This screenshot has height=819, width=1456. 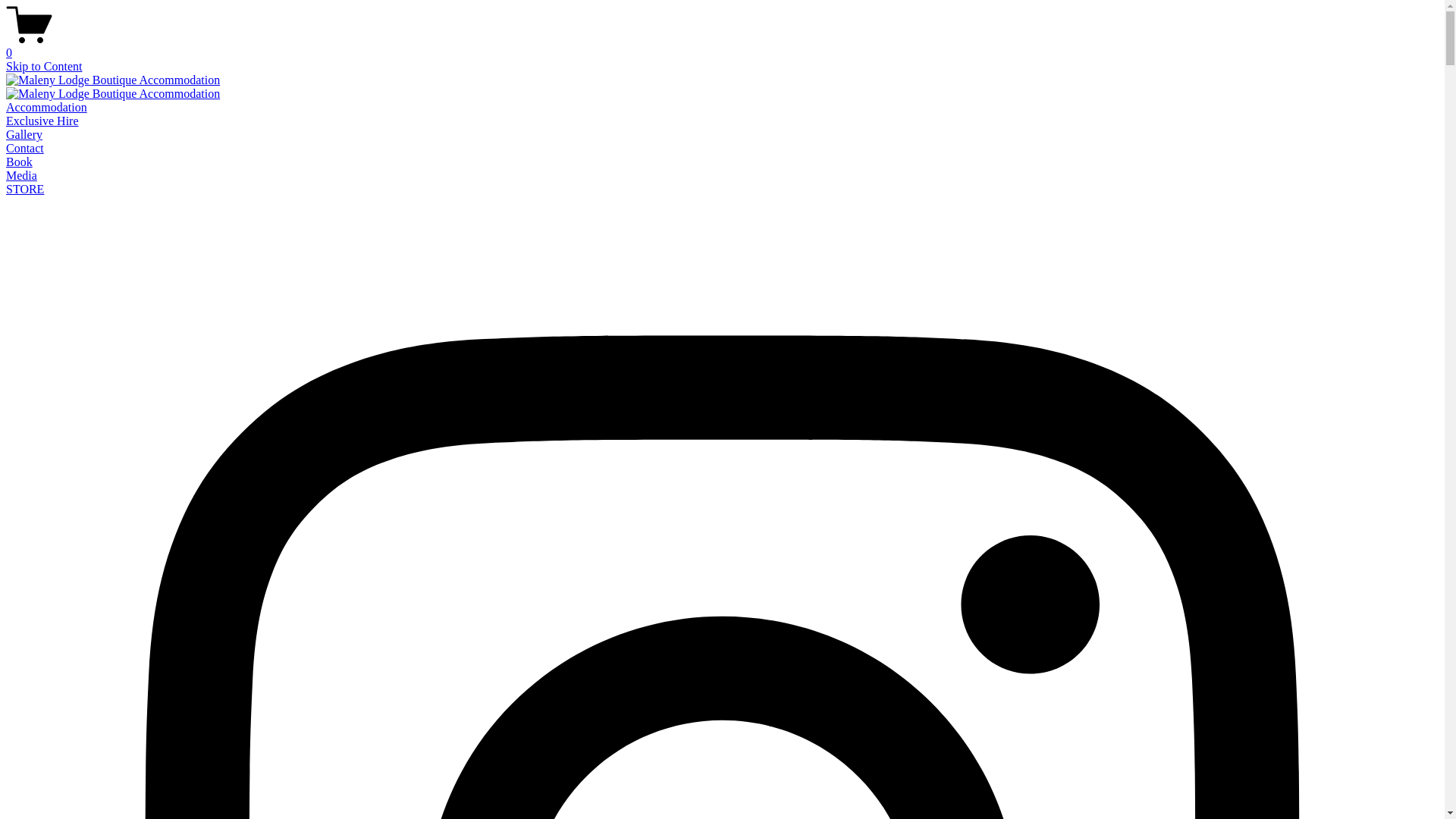 What do you see at coordinates (721, 45) in the screenshot?
I see `'0'` at bounding box center [721, 45].